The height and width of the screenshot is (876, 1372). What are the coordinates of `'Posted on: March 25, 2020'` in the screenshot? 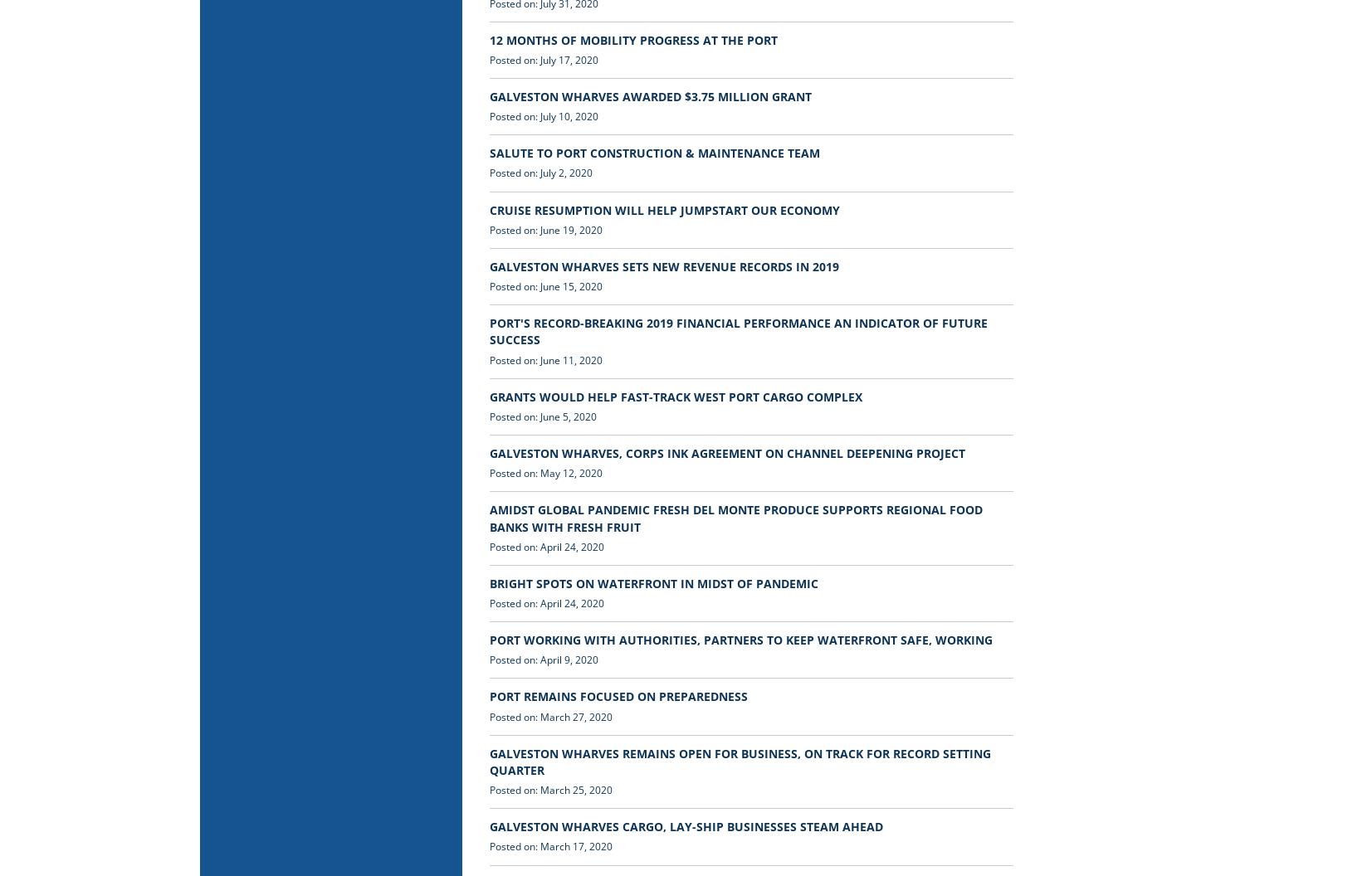 It's located at (550, 790).